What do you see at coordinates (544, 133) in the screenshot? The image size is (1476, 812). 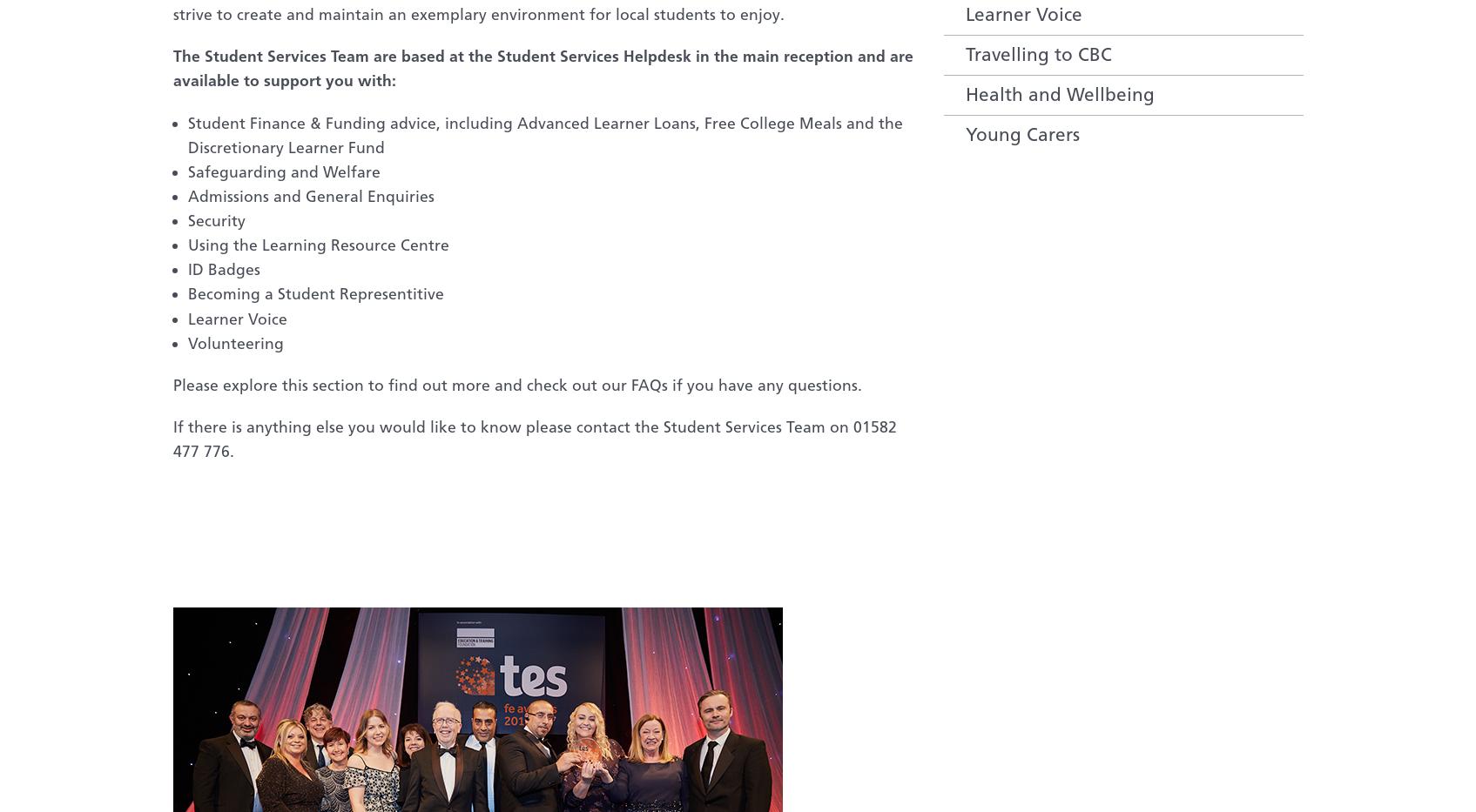 I see `'Student Finance & Funding advice, including Advanced Learner Loans, Free College Meals and the Discretionary Learner Fund'` at bounding box center [544, 133].